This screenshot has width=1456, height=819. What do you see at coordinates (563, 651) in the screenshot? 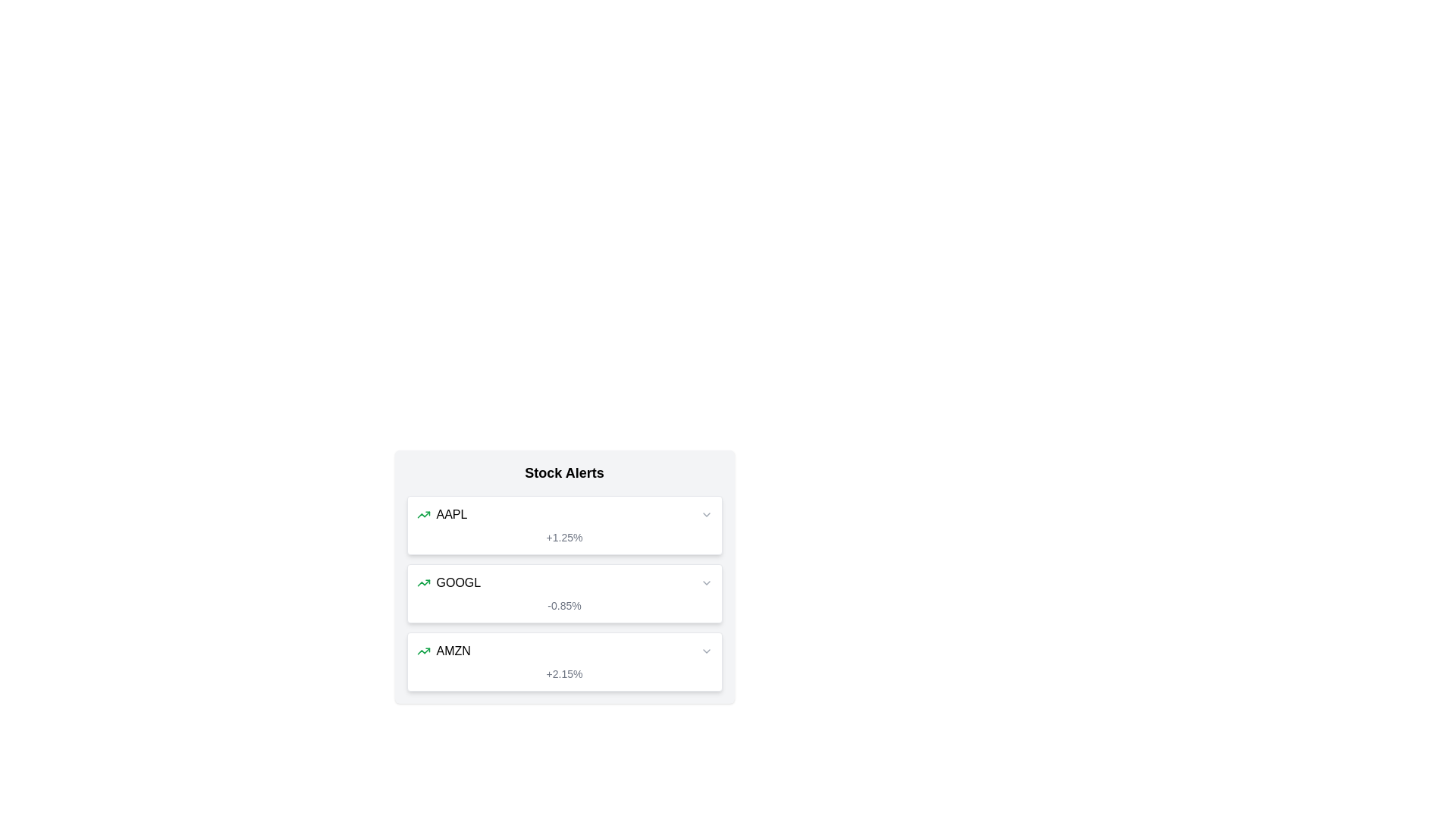
I see `graphical trend indicator of the highlighted stock alert item 'AMZN', which displays an upward trending arrow icon next to the text` at bounding box center [563, 651].